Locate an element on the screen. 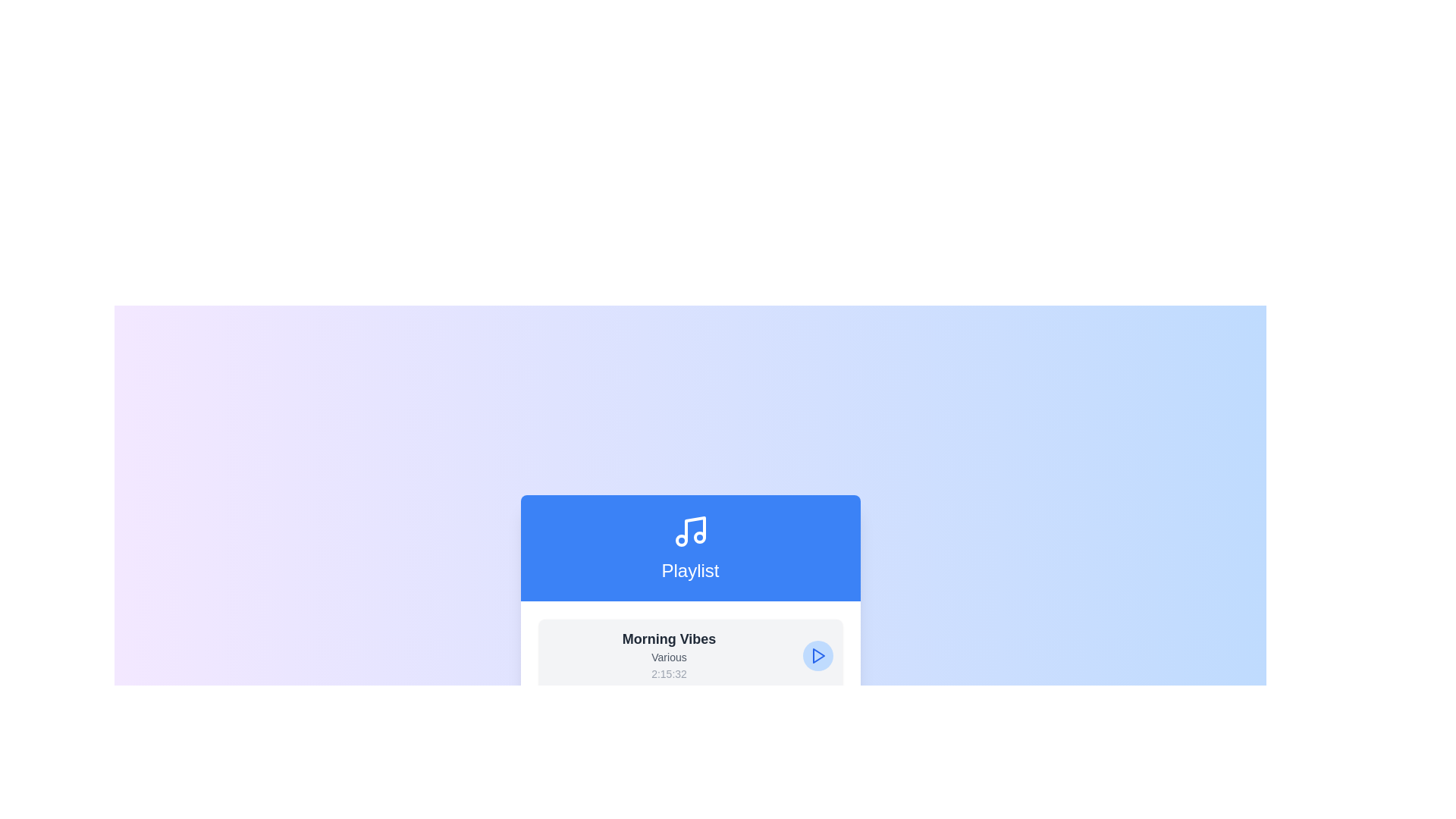 The width and height of the screenshot is (1456, 819). the leftmost small circle within the SVG graphic of a musical note, which is contained by the blue header background of the 'Playlist' banner is located at coordinates (680, 540).